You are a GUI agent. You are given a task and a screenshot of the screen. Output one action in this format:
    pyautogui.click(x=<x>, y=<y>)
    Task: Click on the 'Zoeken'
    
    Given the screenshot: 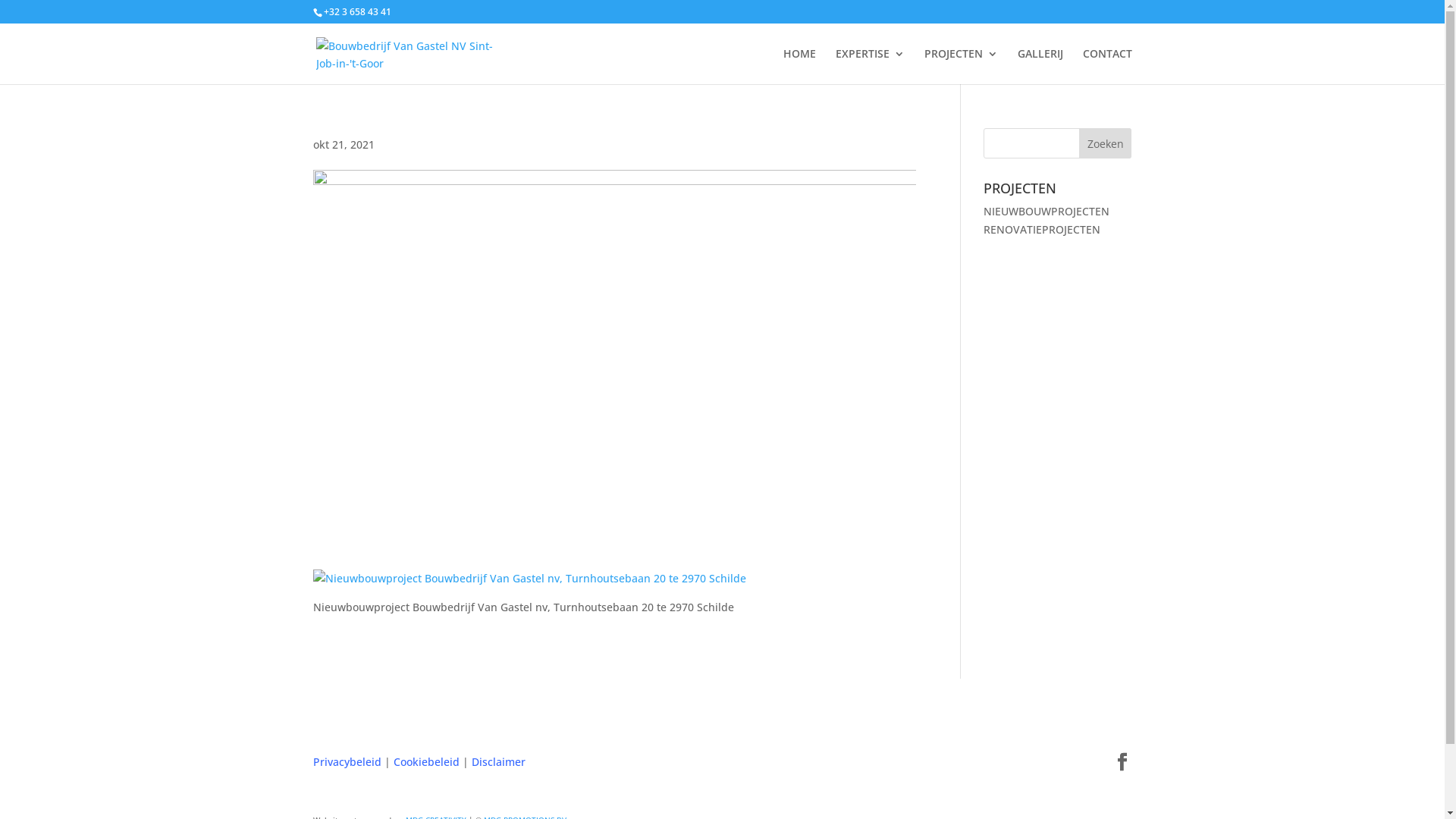 What is the action you would take?
    pyautogui.click(x=1078, y=143)
    